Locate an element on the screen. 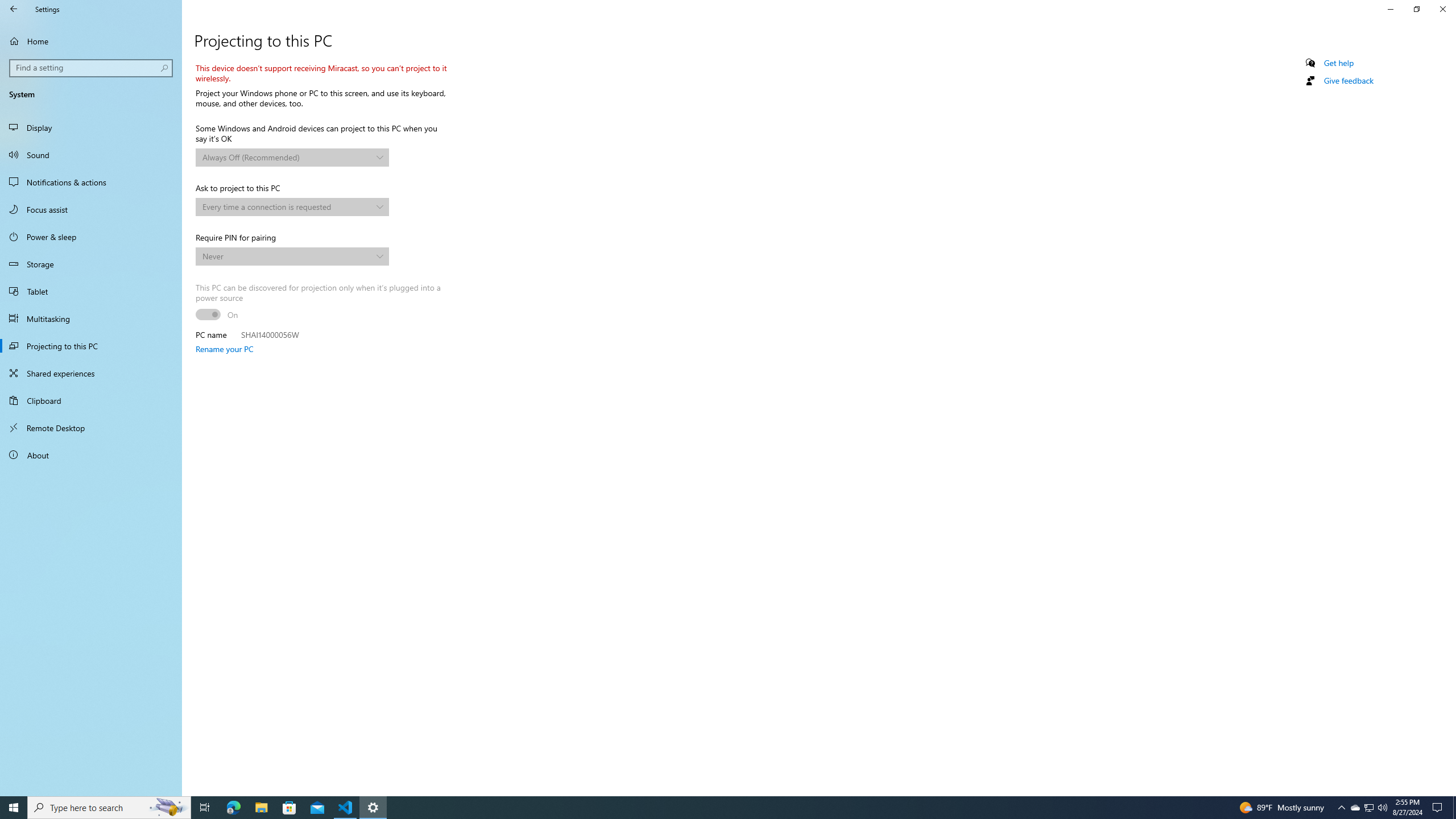 The image size is (1456, 819). 'About' is located at coordinates (90, 454).